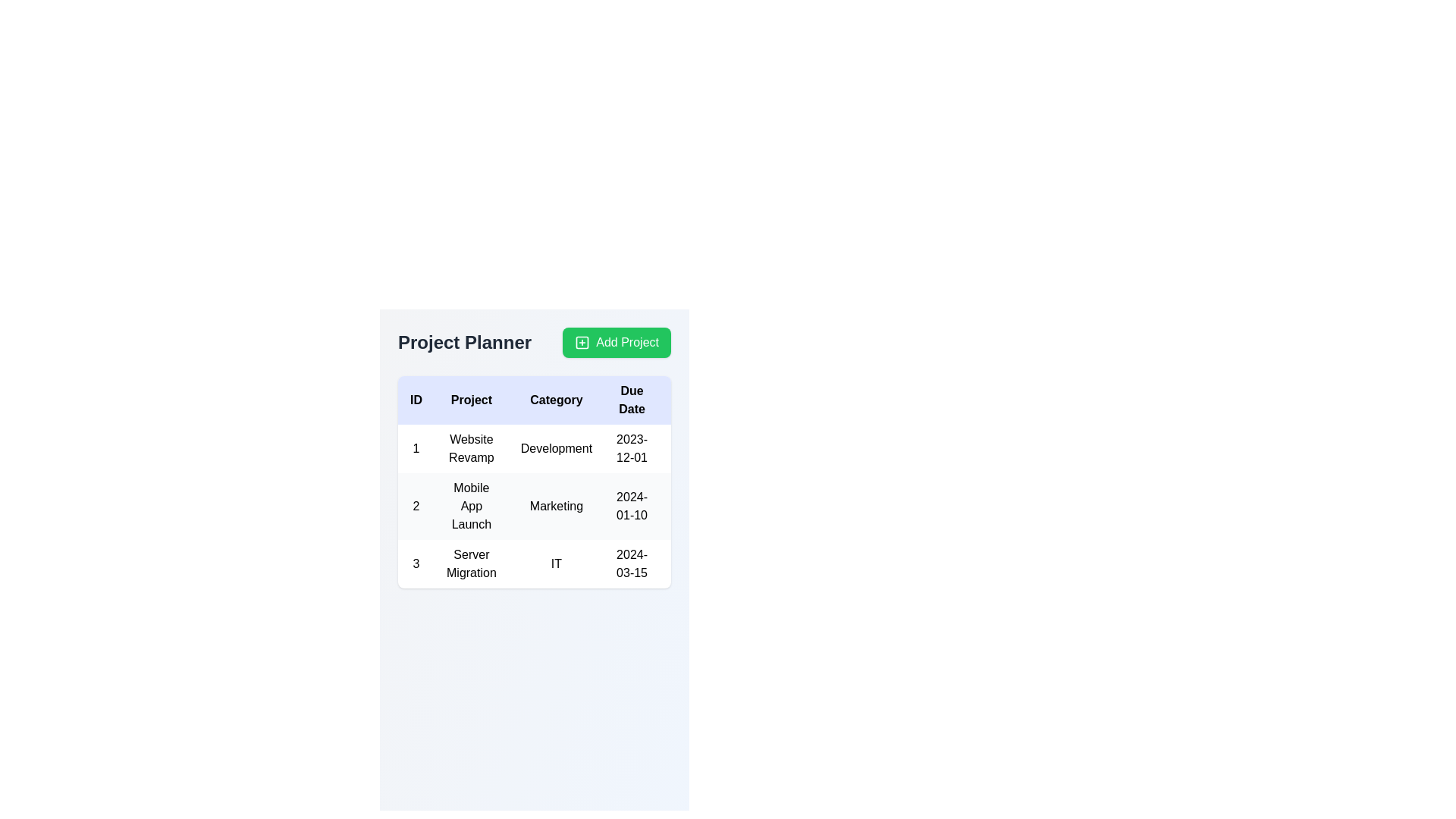  I want to click on the static text element displaying the due date '2023-12-01' in the fourth cell of the first row under the 'Due Date' column for the 'Website Revamp' entry, so click(632, 447).